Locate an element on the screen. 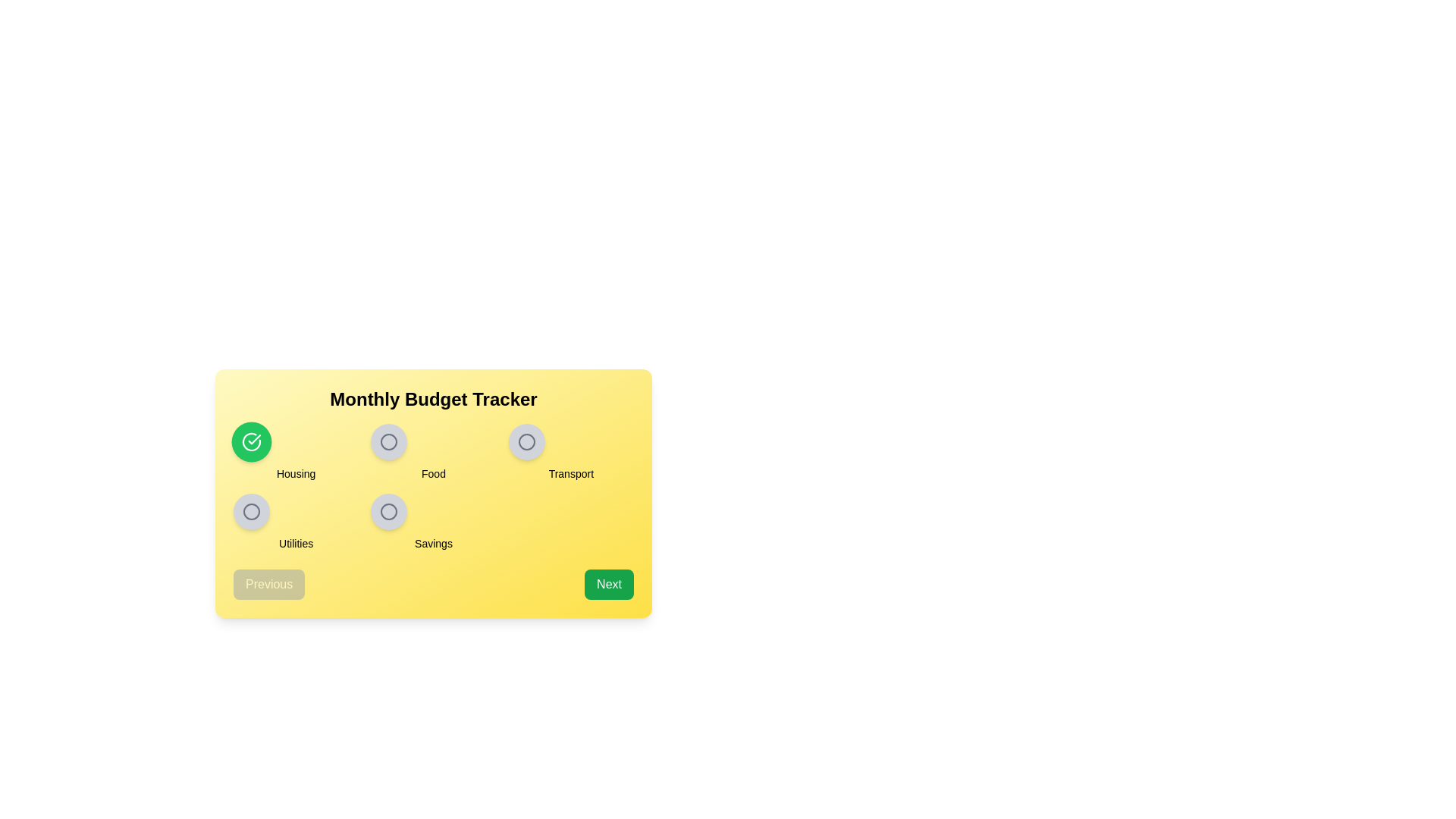 This screenshot has width=1456, height=819. text label 'Transport' located below the circular icon in the transport group is located at coordinates (570, 472).